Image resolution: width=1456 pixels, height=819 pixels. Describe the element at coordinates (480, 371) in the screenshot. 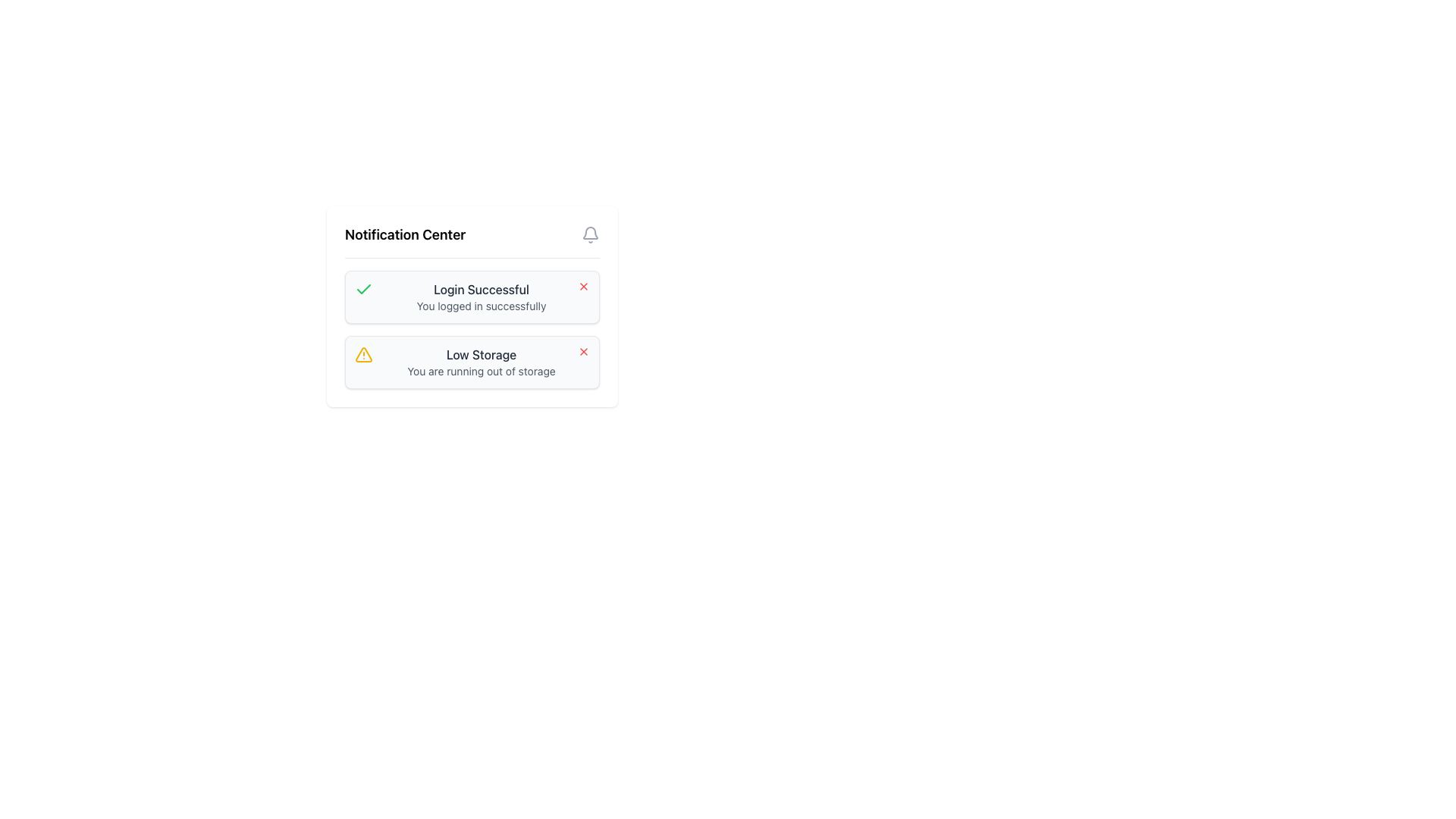

I see `static text label that displays 'You are running out of storage', which is located below the bold text 'Low Storage' in light gray color` at that location.